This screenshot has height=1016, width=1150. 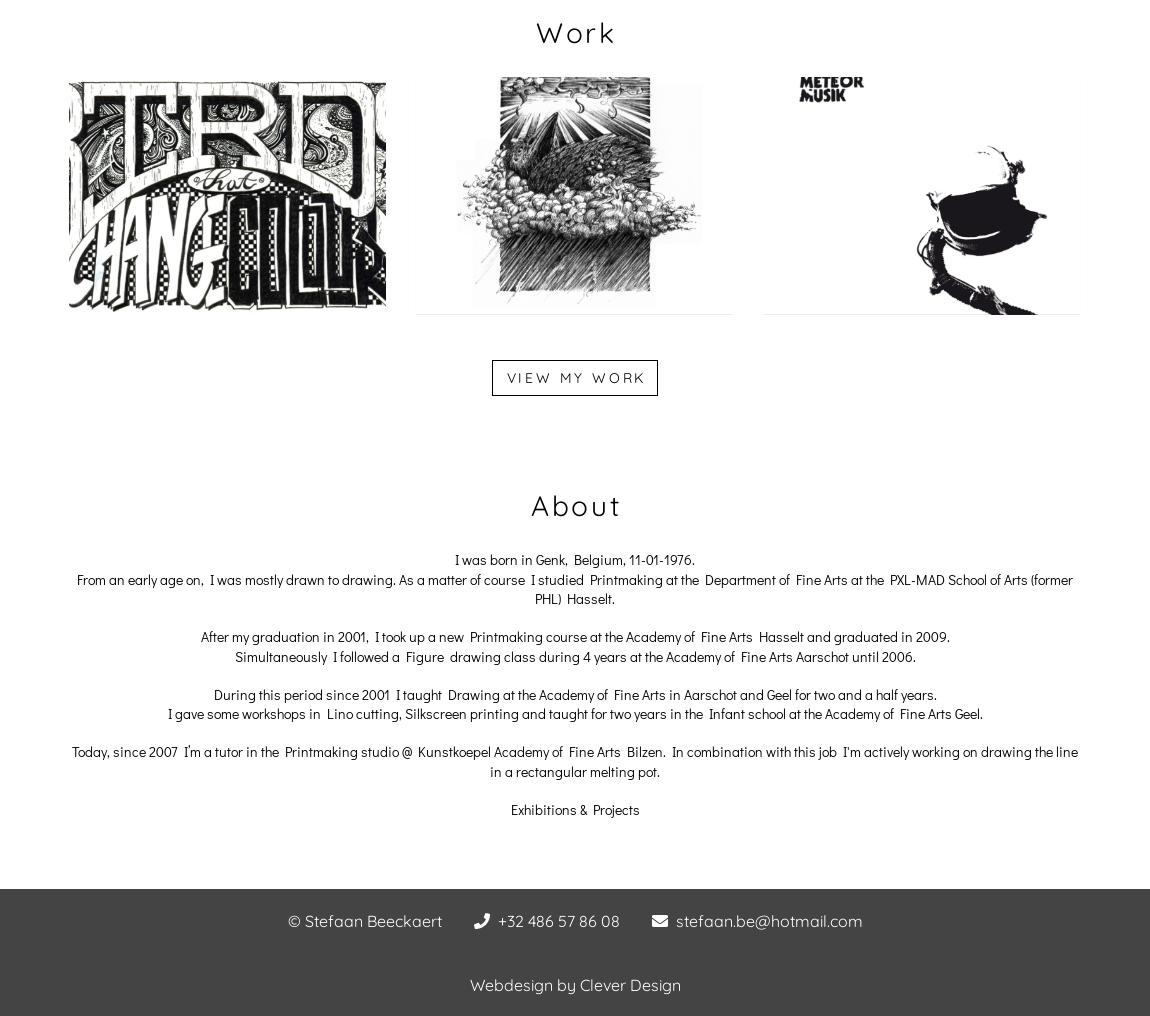 What do you see at coordinates (574, 692) in the screenshot?
I see `'During this period since 2001 I taught Drawing at the Academy of Fine Arts in Aarschot and Geel for two and a half years.'` at bounding box center [574, 692].